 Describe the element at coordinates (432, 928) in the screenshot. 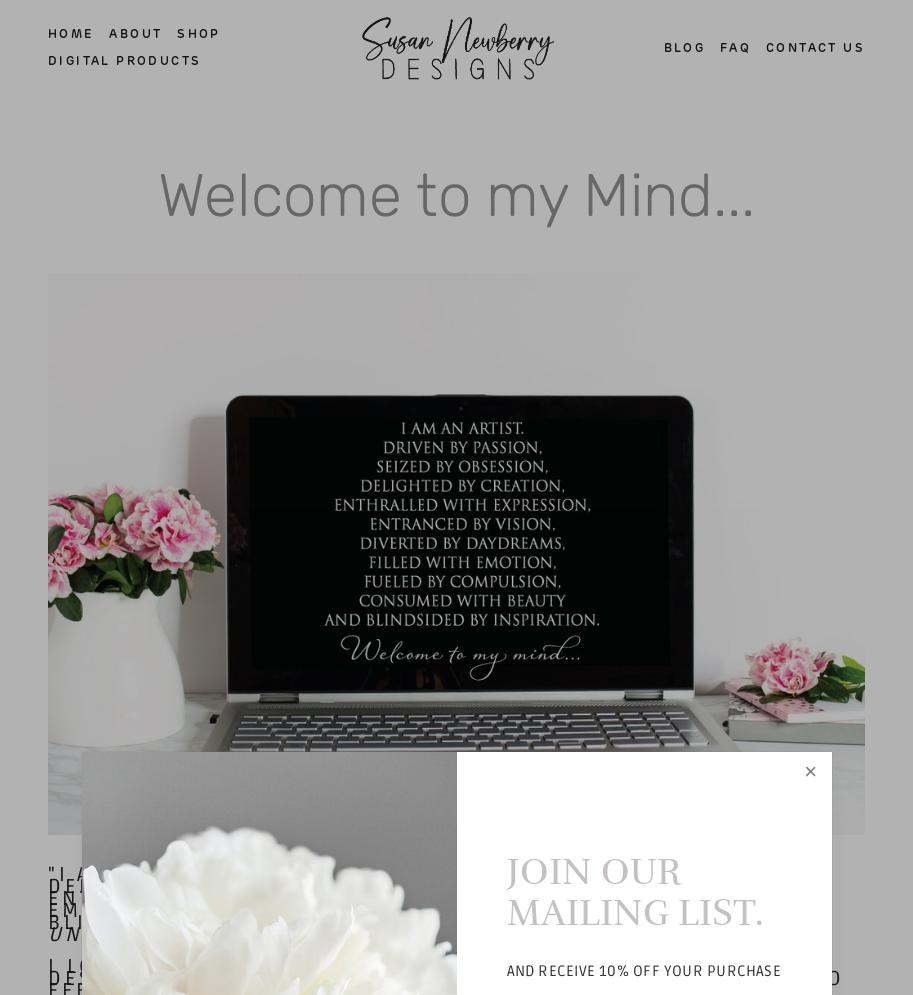

I see `'author unknown'` at that location.